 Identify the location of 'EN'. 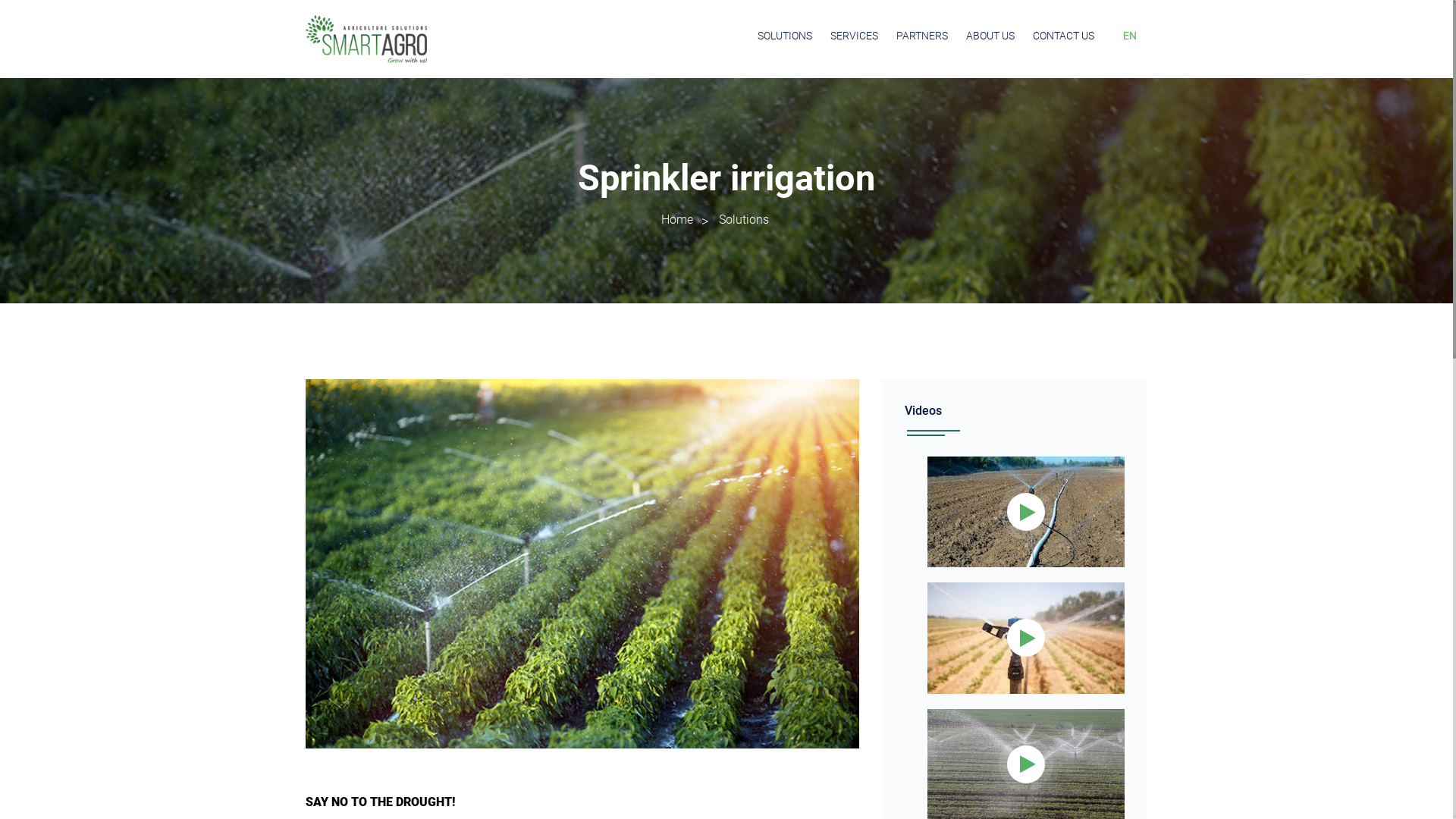
(1129, 35).